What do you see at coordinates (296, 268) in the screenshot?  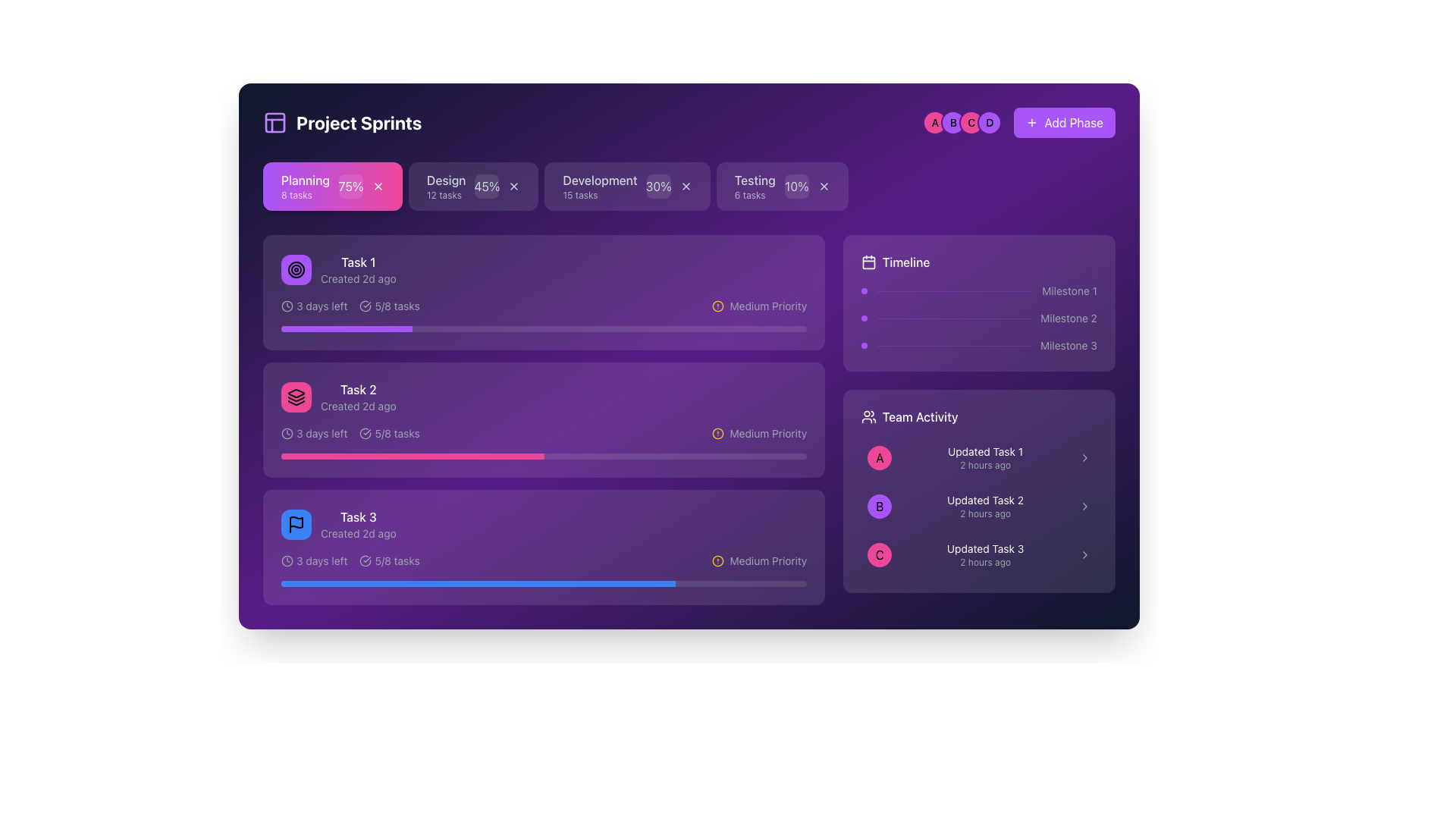 I see `the graphical icon located centrally within the concentric circles, adjacent to the heading 'Project Sprints'` at bounding box center [296, 268].